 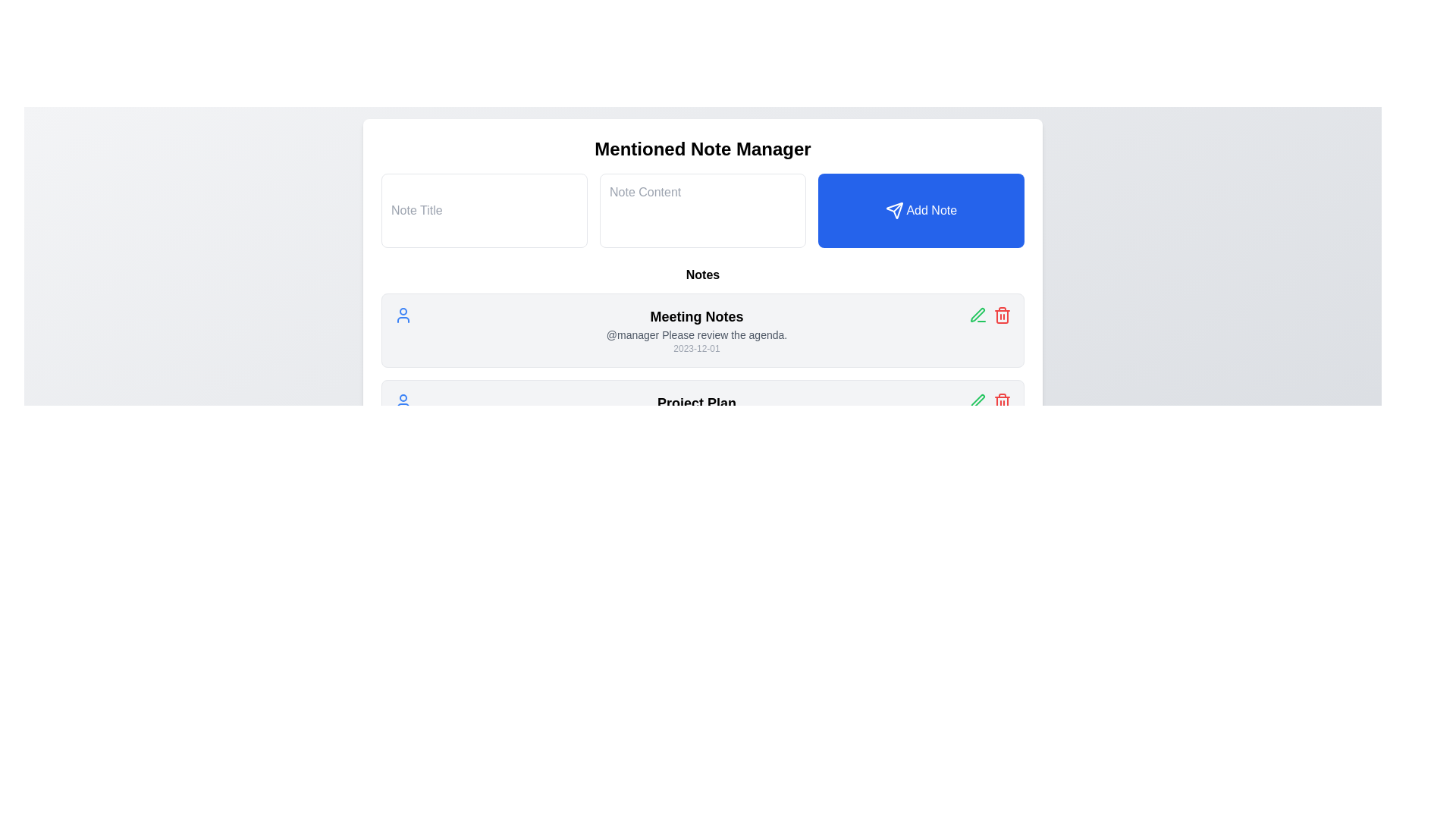 I want to click on the user icon represented by a blue outline within the 'Meeting Notes' card, located to the left of the text '@manager Please review the agenda. 2023-12-01', so click(x=403, y=315).